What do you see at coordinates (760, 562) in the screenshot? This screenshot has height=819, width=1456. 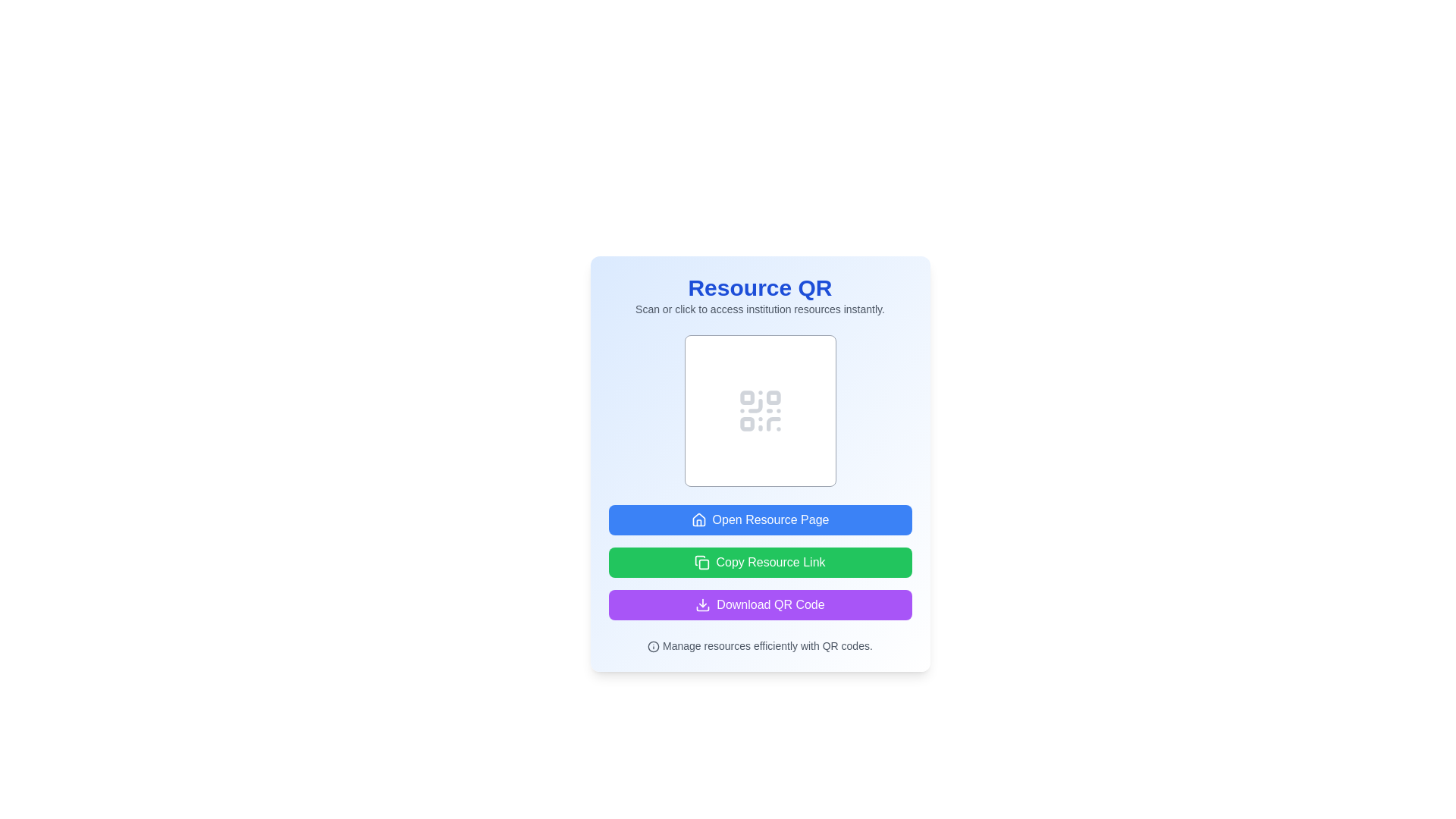 I see `the green button labeled 'Copy Resource Link', which contains a white icon of overlapping squares, to copy the resource link` at bounding box center [760, 562].